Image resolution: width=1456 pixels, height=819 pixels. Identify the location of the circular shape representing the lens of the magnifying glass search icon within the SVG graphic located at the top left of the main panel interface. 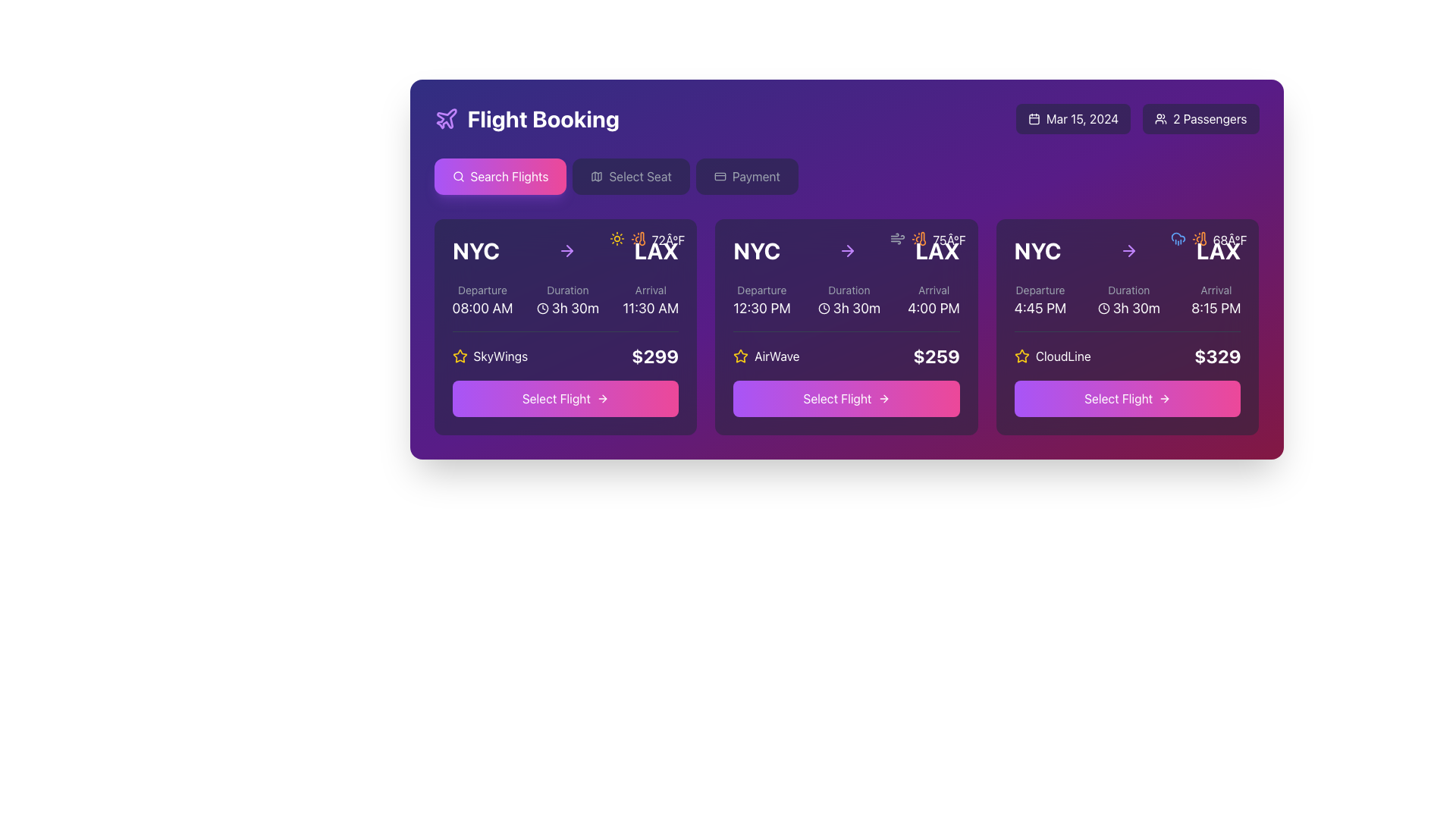
(457, 175).